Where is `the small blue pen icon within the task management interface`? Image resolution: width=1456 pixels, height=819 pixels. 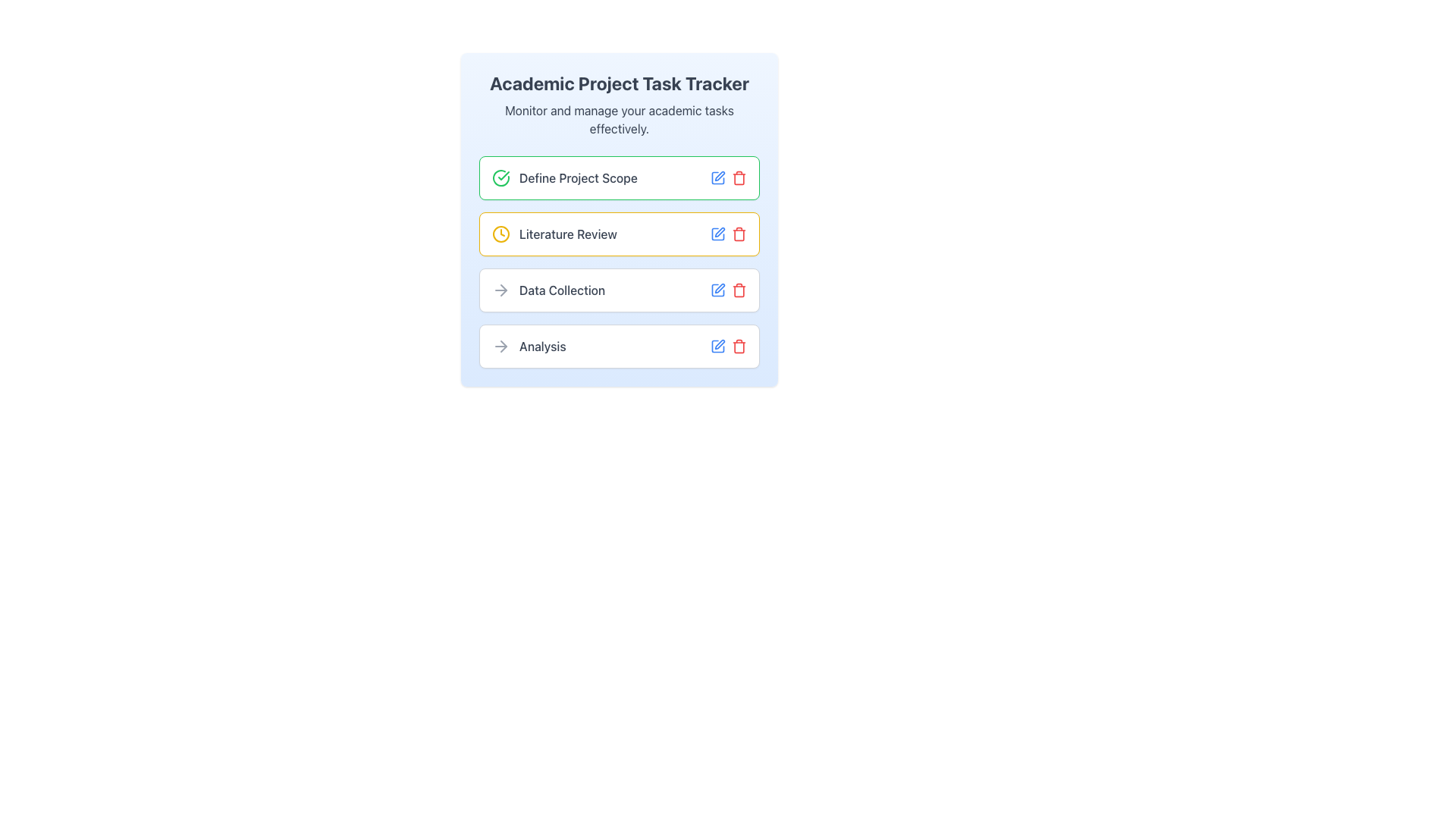
the small blue pen icon within the task management interface is located at coordinates (719, 288).